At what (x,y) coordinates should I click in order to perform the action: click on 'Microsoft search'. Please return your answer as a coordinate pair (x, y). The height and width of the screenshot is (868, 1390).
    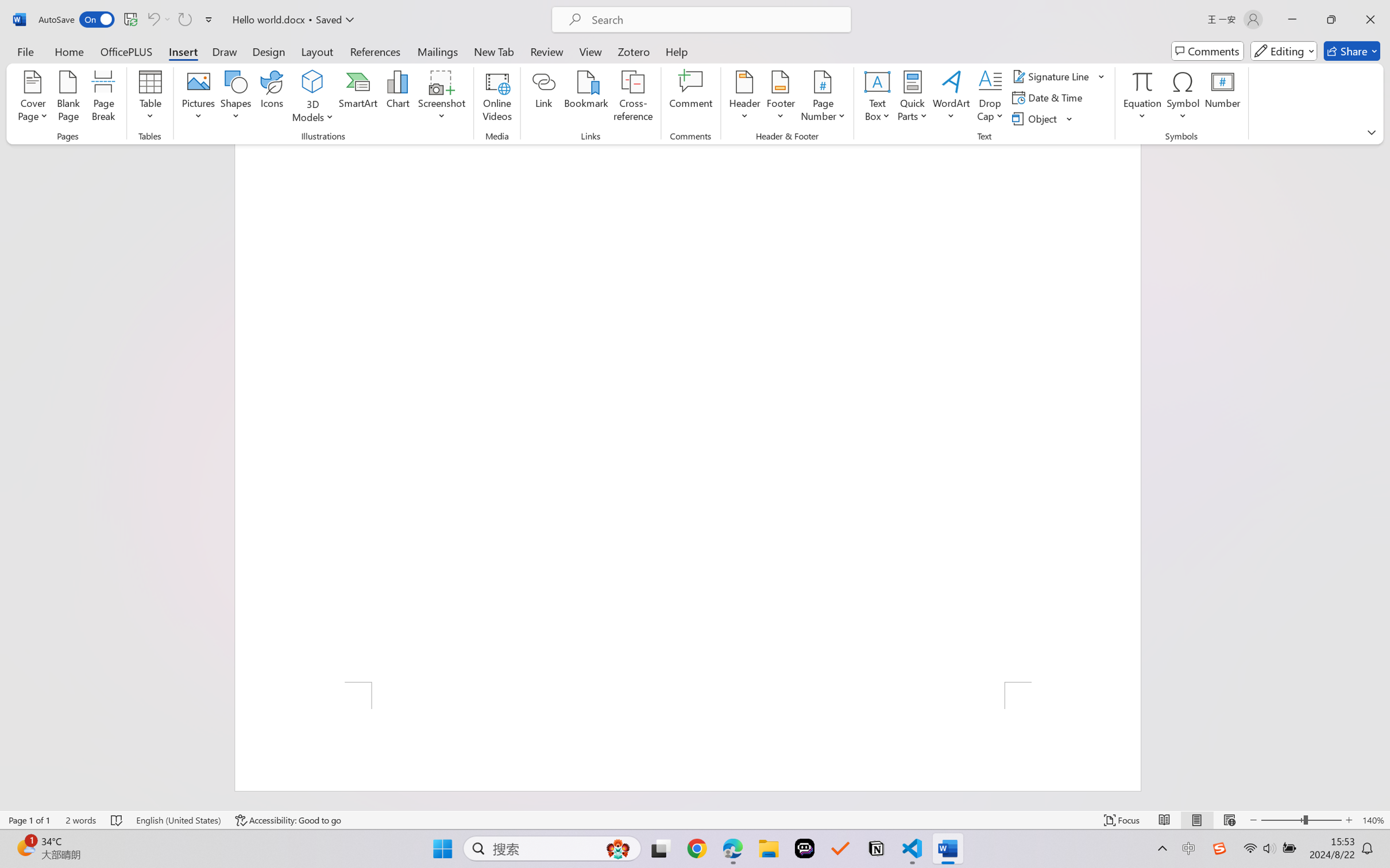
    Looking at the image, I should click on (716, 19).